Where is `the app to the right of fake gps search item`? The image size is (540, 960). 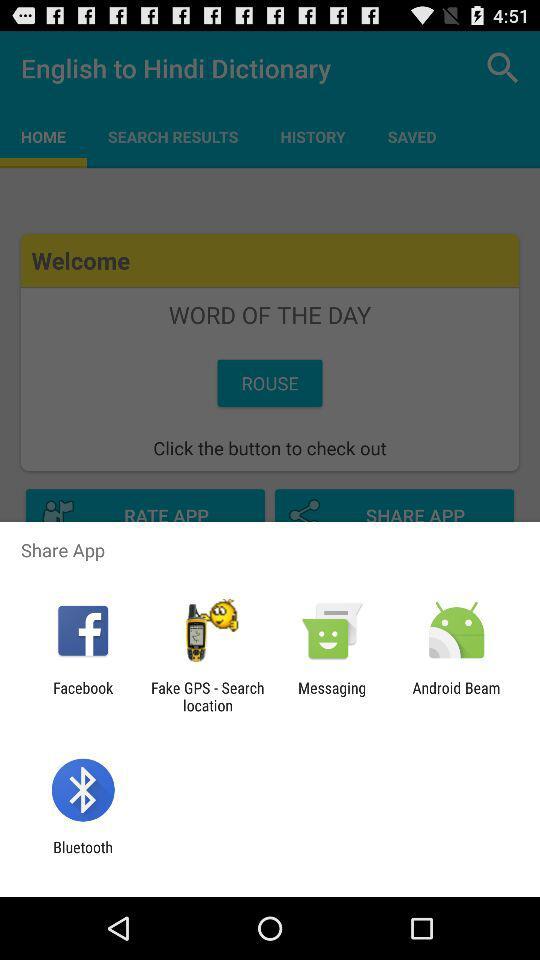
the app to the right of fake gps search item is located at coordinates (332, 696).